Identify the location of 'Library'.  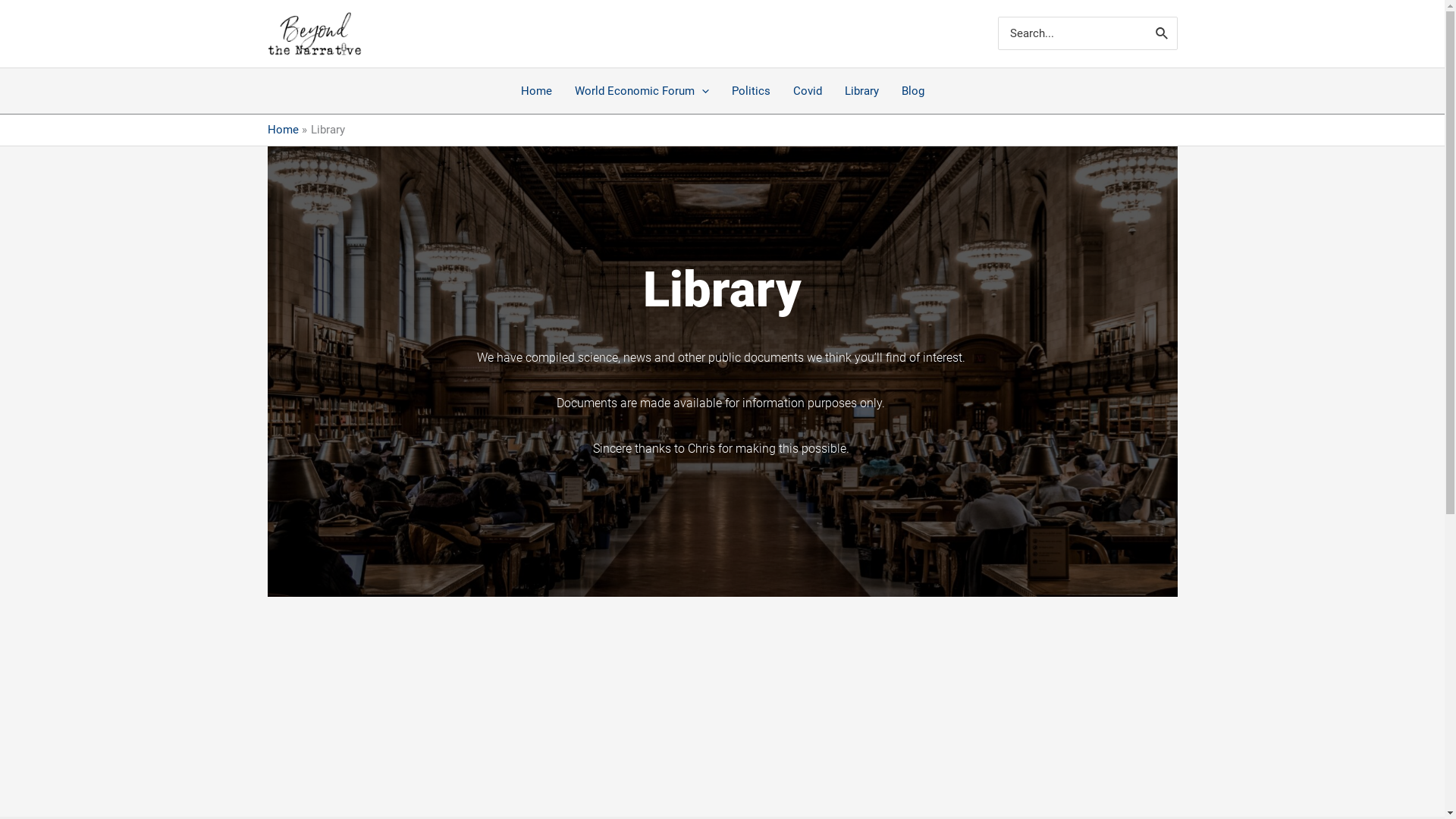
(861, 90).